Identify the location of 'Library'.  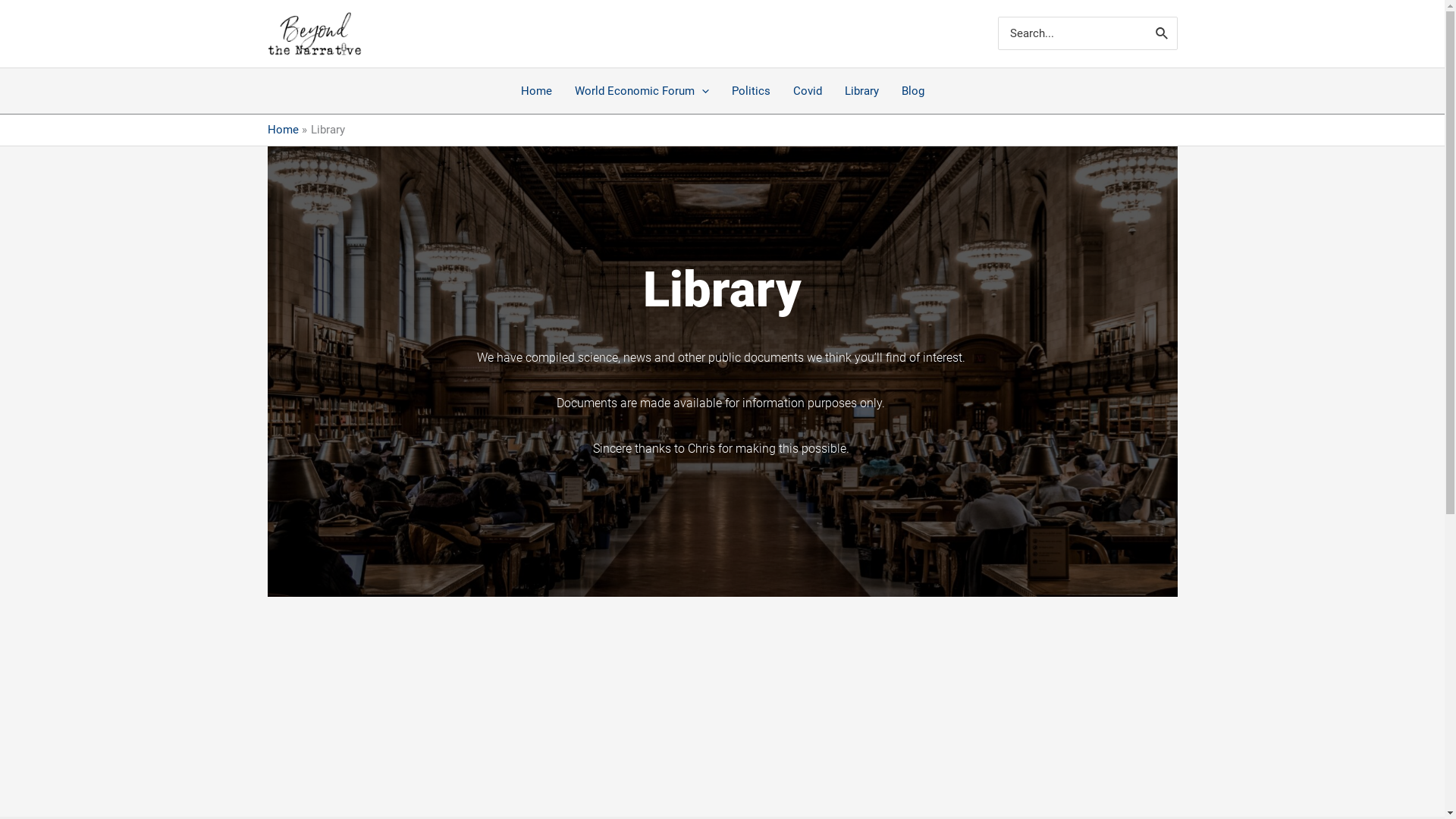
(861, 90).